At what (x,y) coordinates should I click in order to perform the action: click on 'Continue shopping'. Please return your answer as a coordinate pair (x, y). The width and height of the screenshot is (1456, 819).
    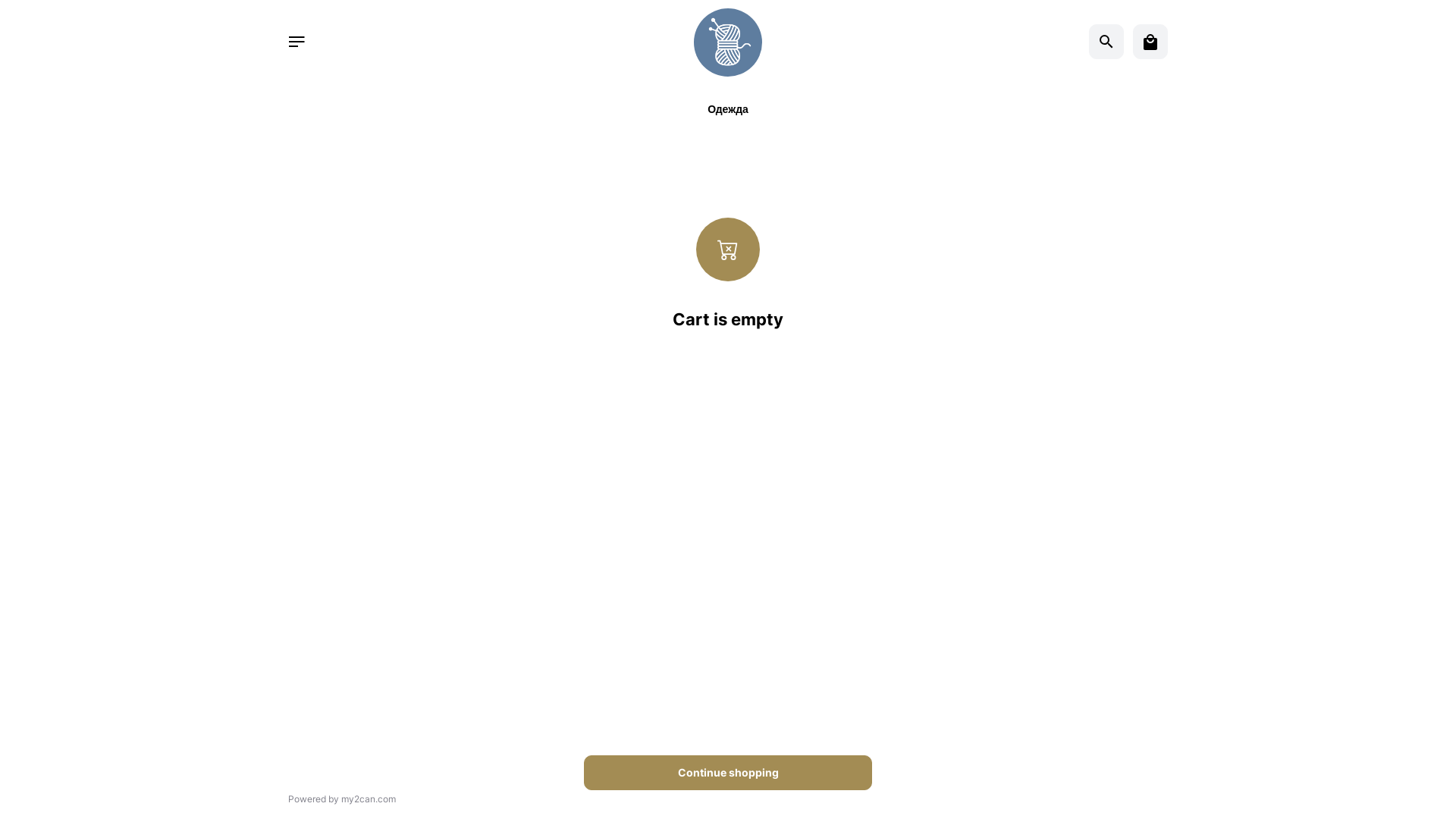
    Looking at the image, I should click on (728, 772).